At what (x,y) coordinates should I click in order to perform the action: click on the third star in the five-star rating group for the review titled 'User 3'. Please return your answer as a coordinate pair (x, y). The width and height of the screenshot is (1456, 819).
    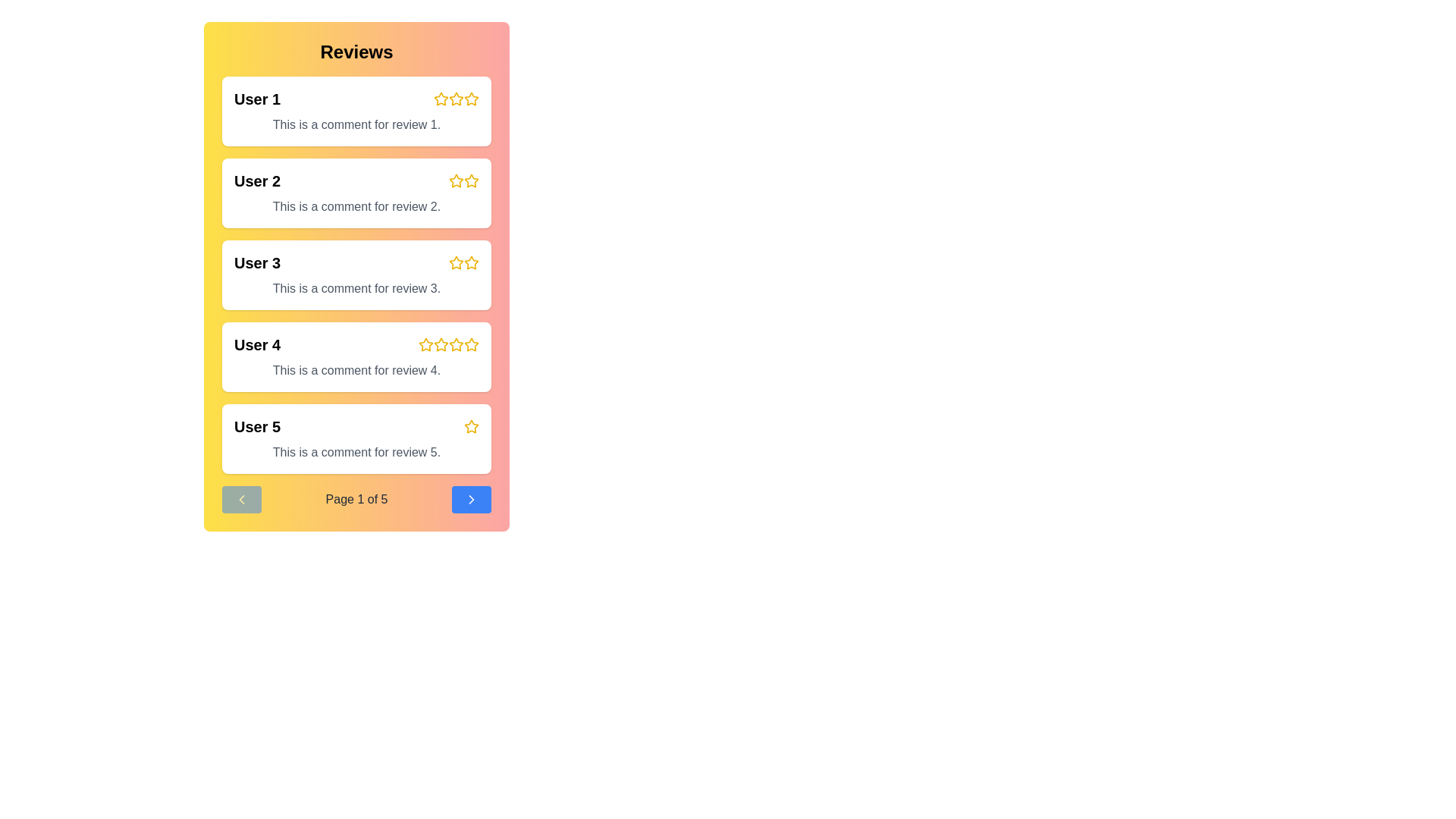
    Looking at the image, I should click on (455, 262).